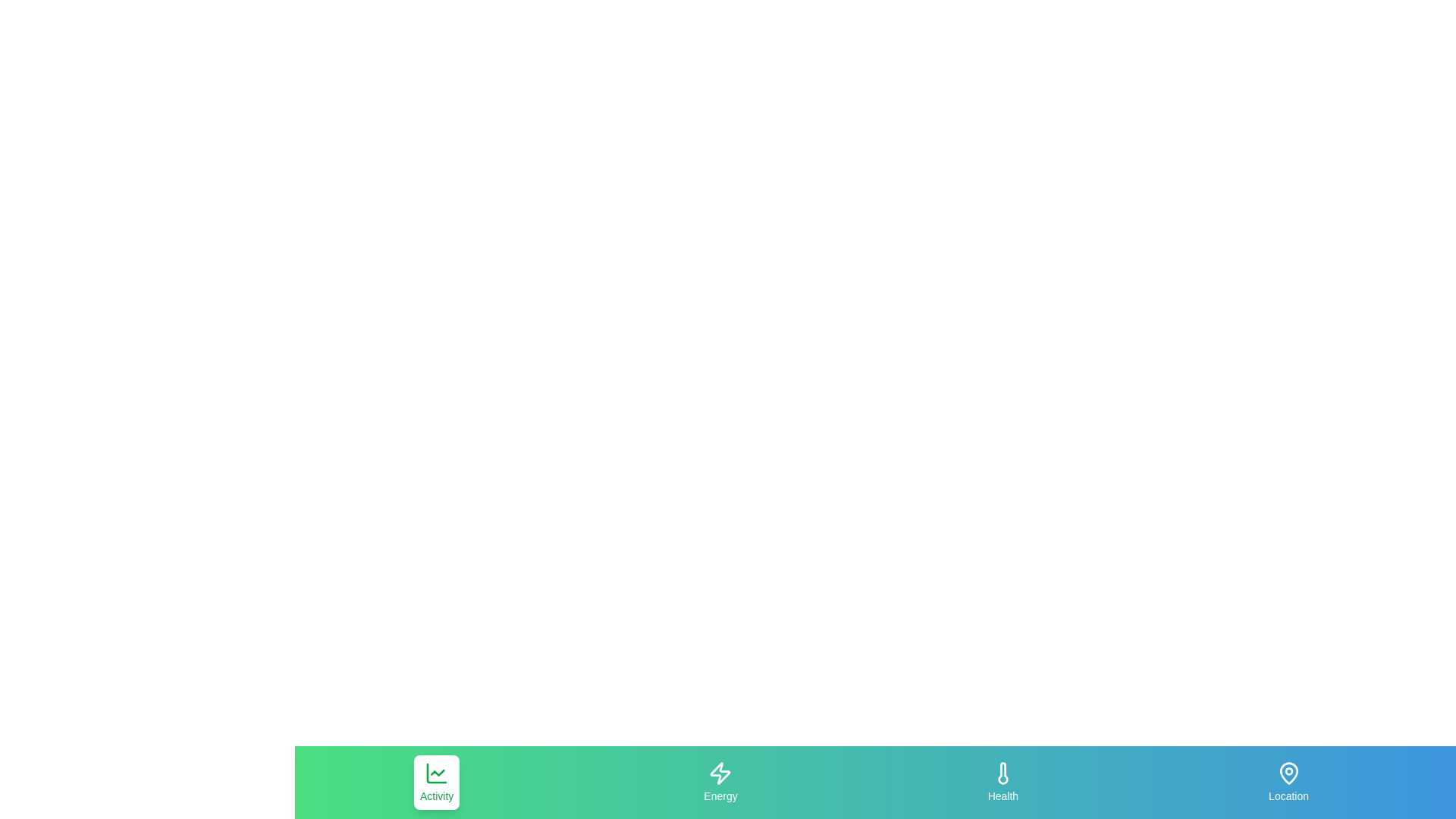 This screenshot has height=819, width=1456. Describe the element at coordinates (720, 783) in the screenshot. I see `the Energy tab to select it` at that location.